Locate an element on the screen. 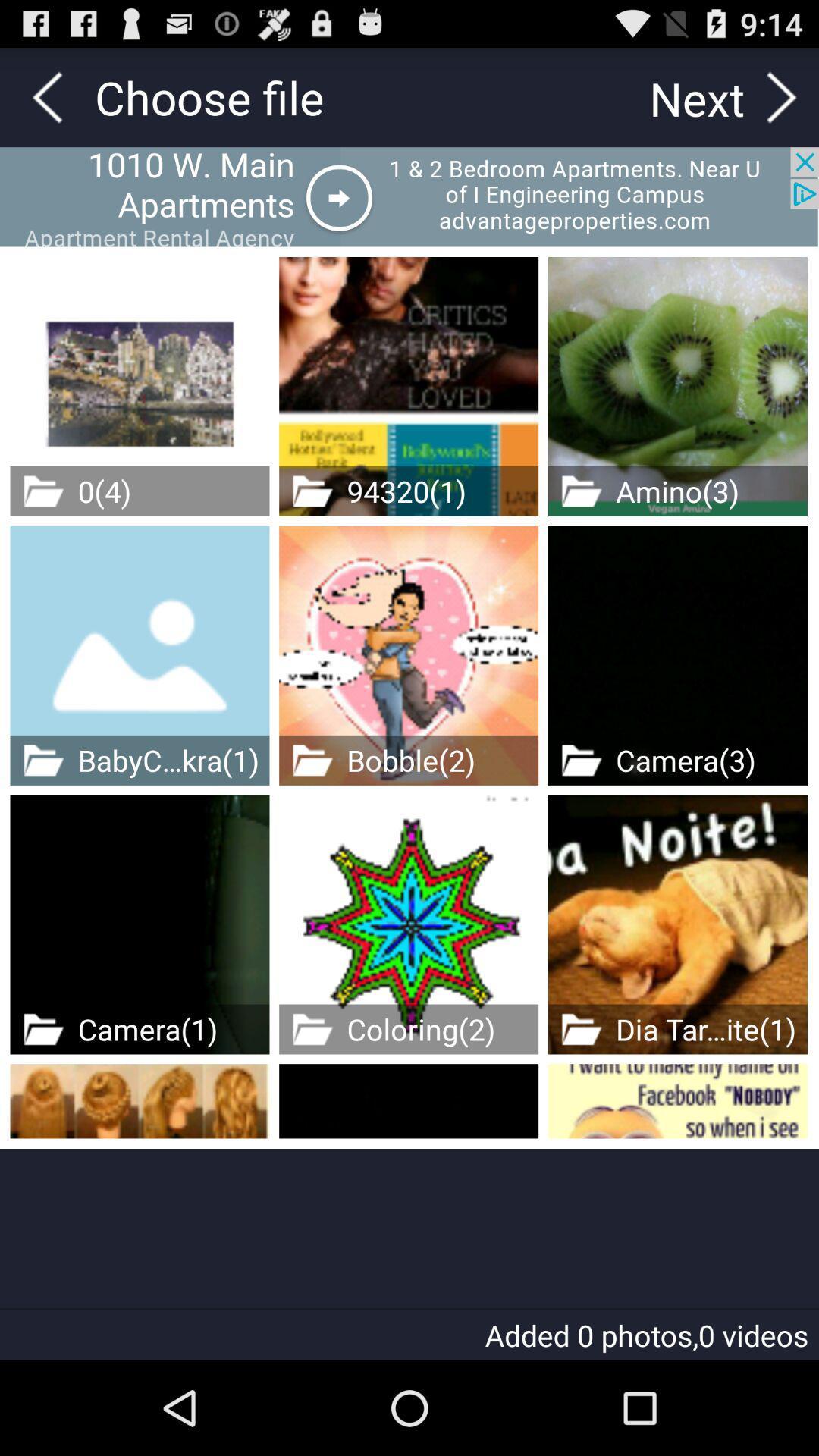  the arrow_backward icon is located at coordinates (46, 103).